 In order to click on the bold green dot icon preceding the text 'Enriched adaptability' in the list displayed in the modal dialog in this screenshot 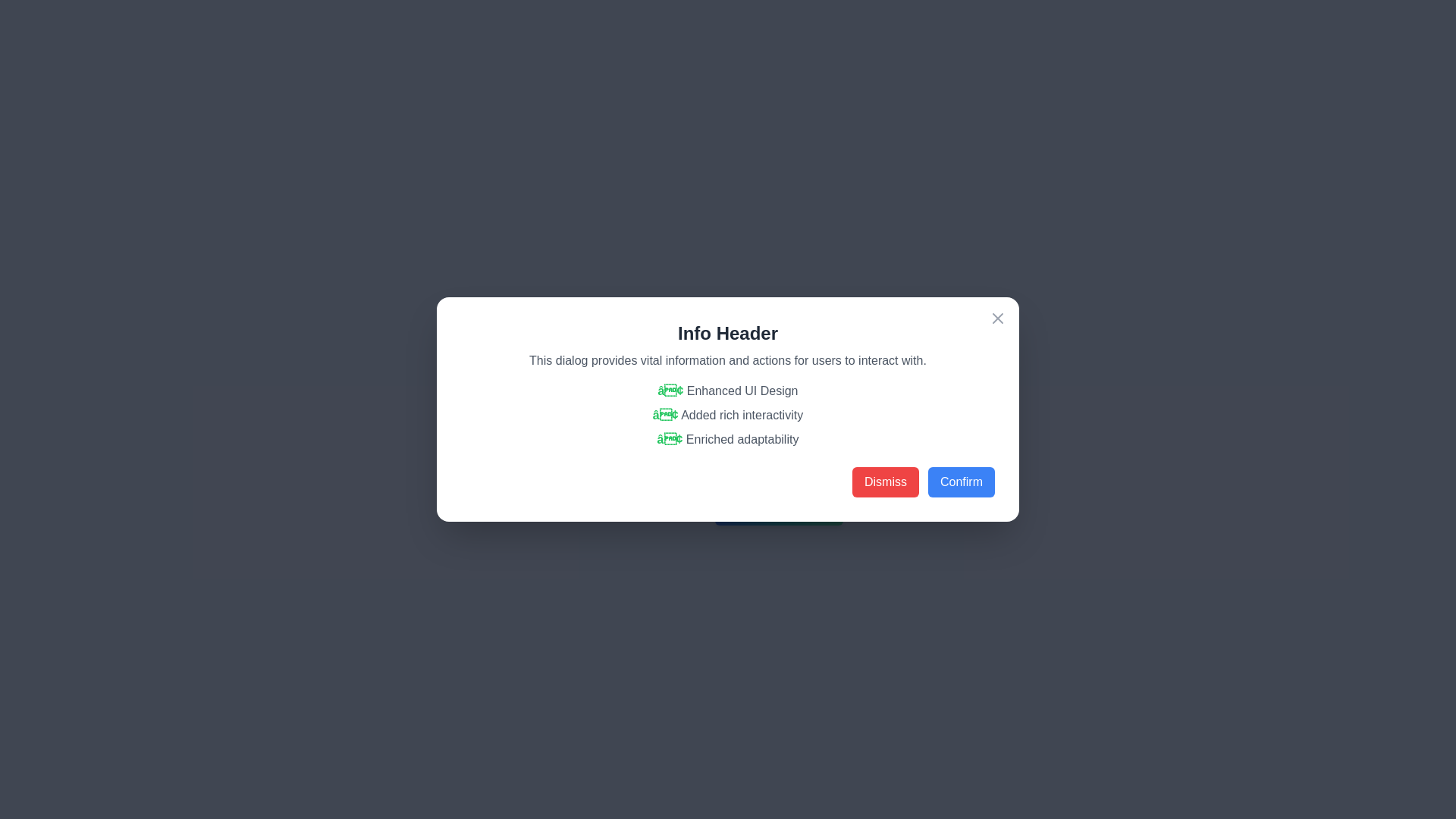, I will do `click(669, 439)`.